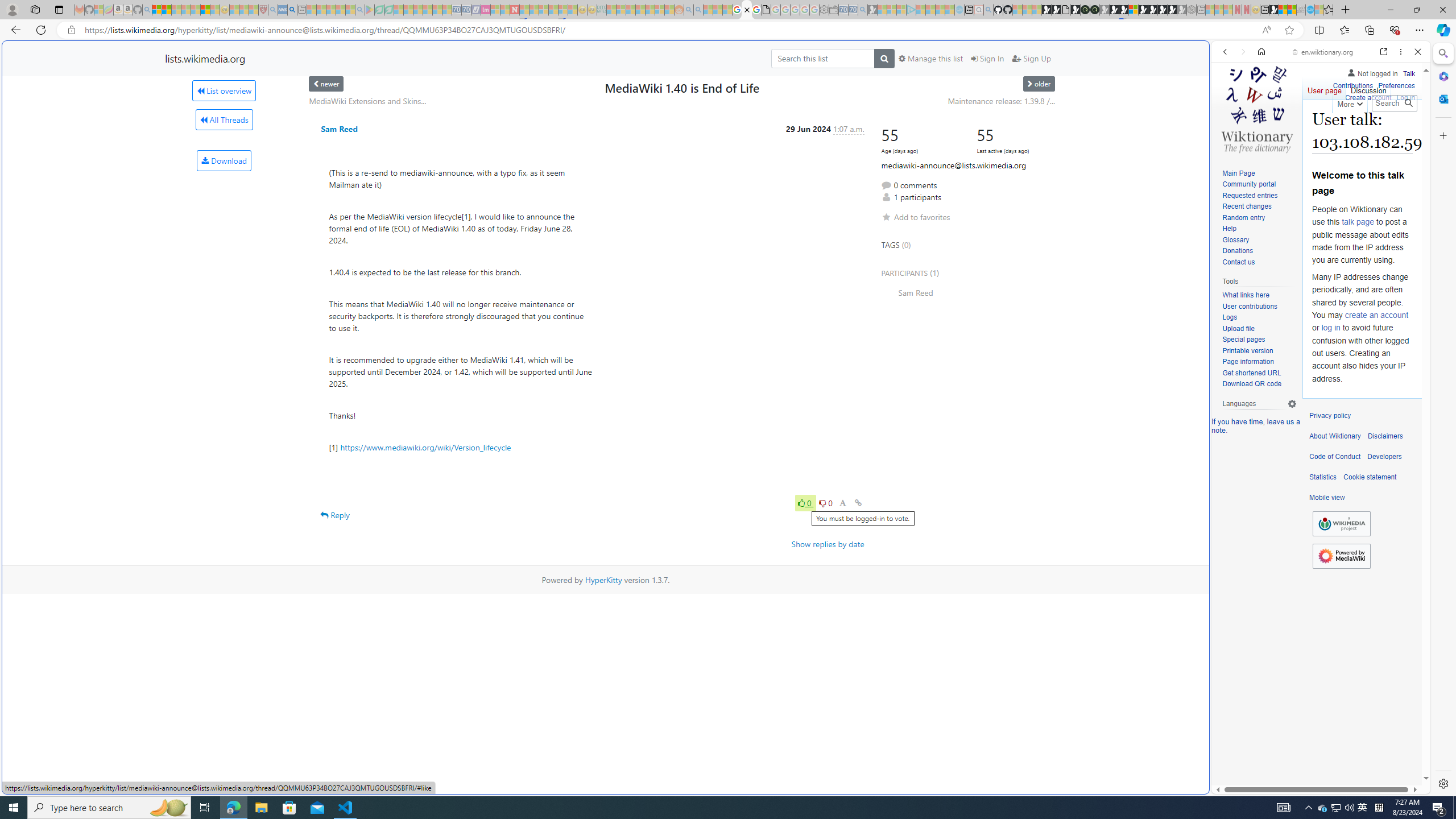 Image resolution: width=1456 pixels, height=819 pixels. I want to click on 'Discussion', so click(1368, 88).